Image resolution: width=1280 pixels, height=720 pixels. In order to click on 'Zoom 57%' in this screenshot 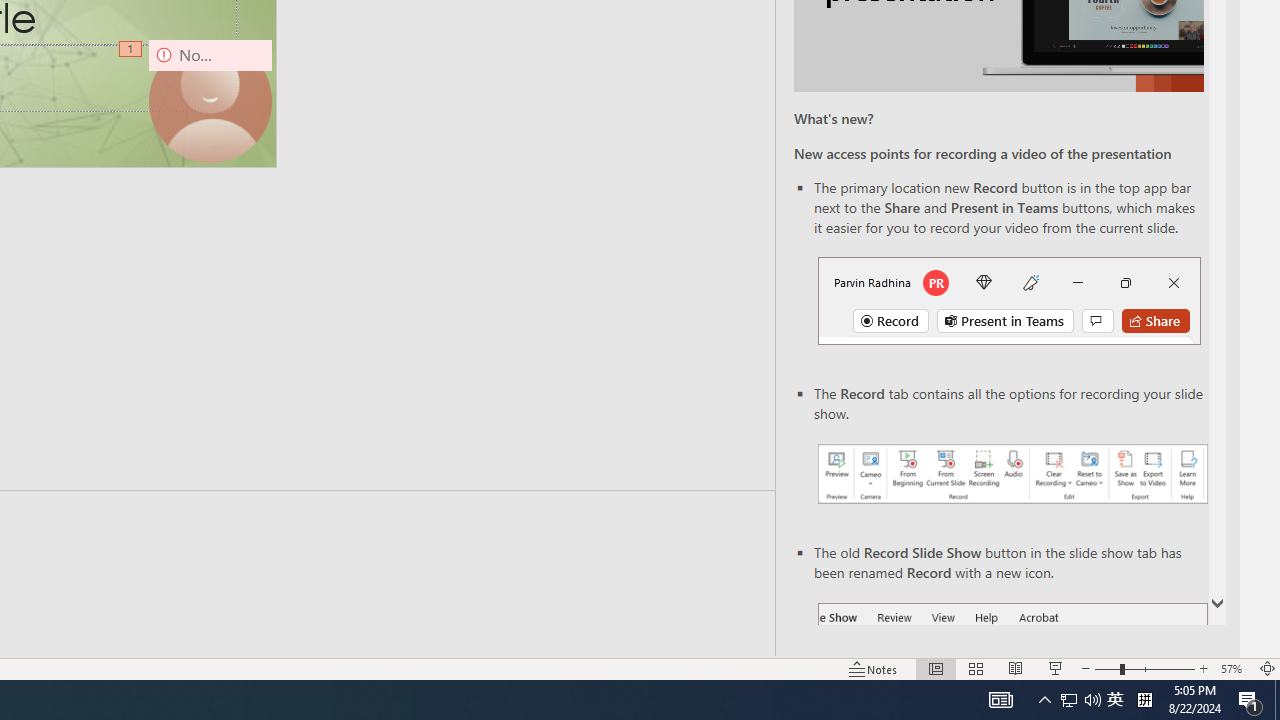, I will do `click(1233, 669)`.